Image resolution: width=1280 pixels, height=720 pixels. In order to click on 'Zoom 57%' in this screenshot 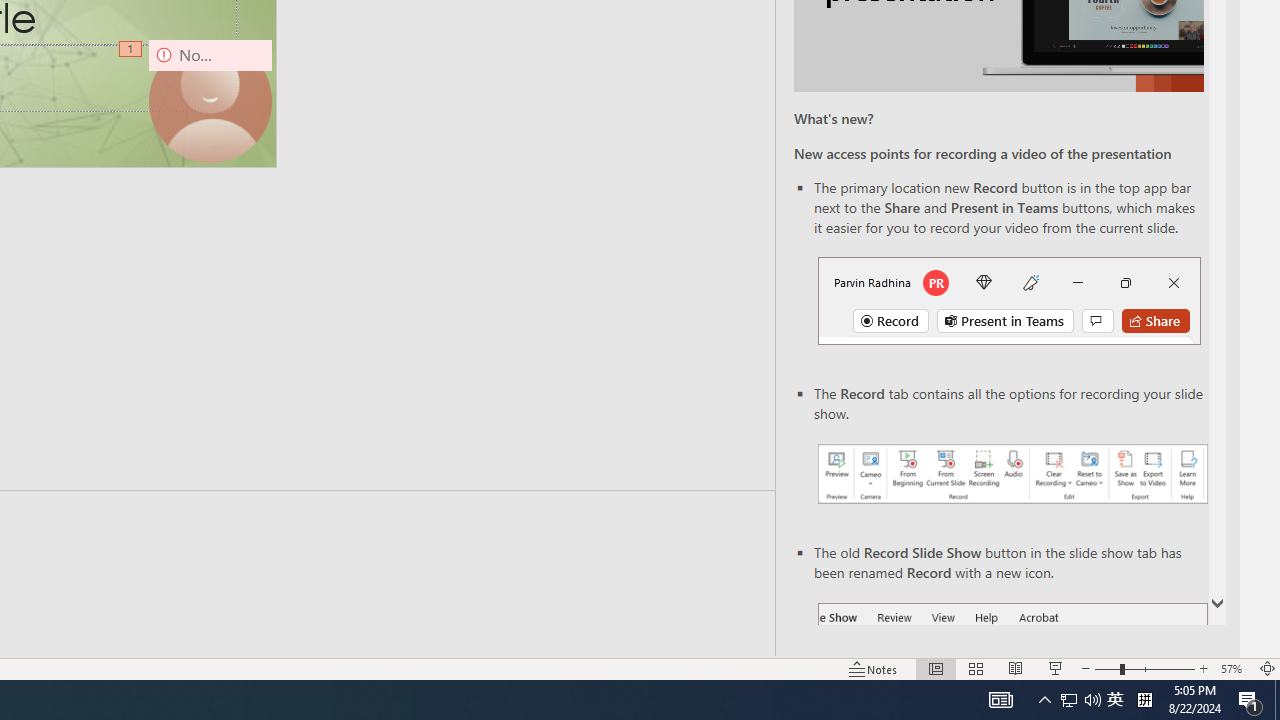, I will do `click(1233, 669)`.